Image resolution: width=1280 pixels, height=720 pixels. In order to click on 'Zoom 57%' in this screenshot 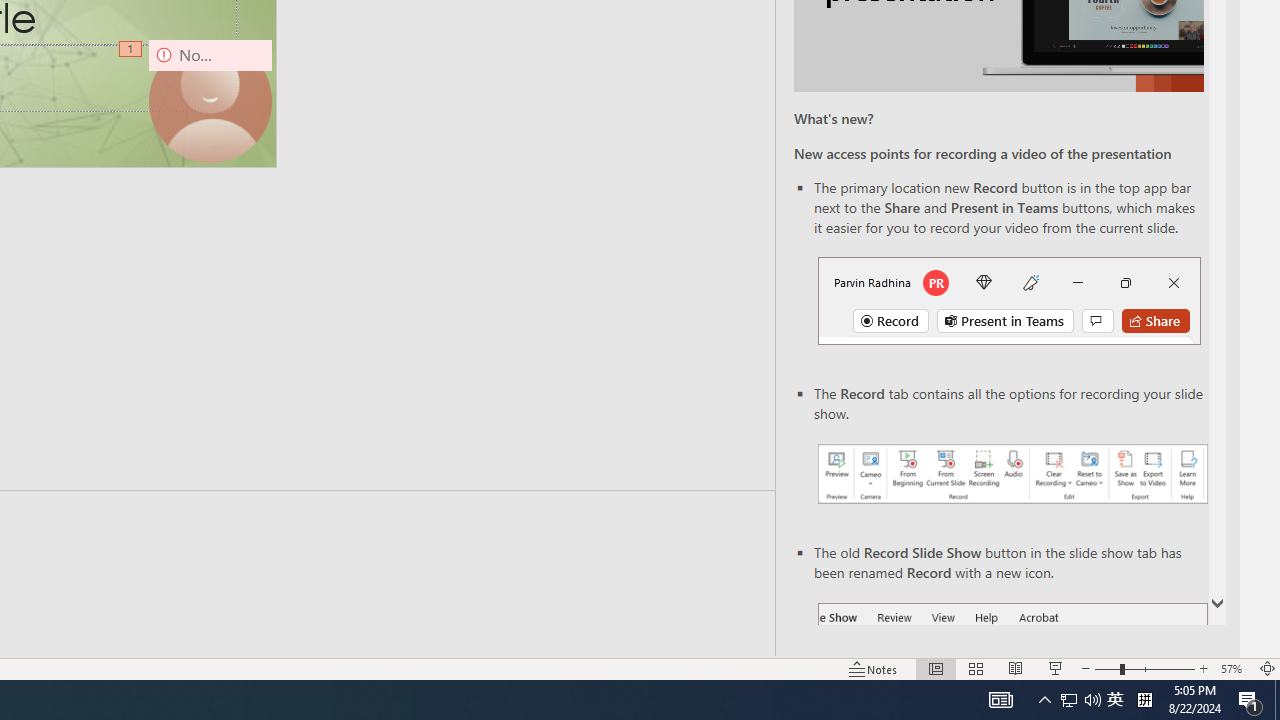, I will do `click(1233, 669)`.